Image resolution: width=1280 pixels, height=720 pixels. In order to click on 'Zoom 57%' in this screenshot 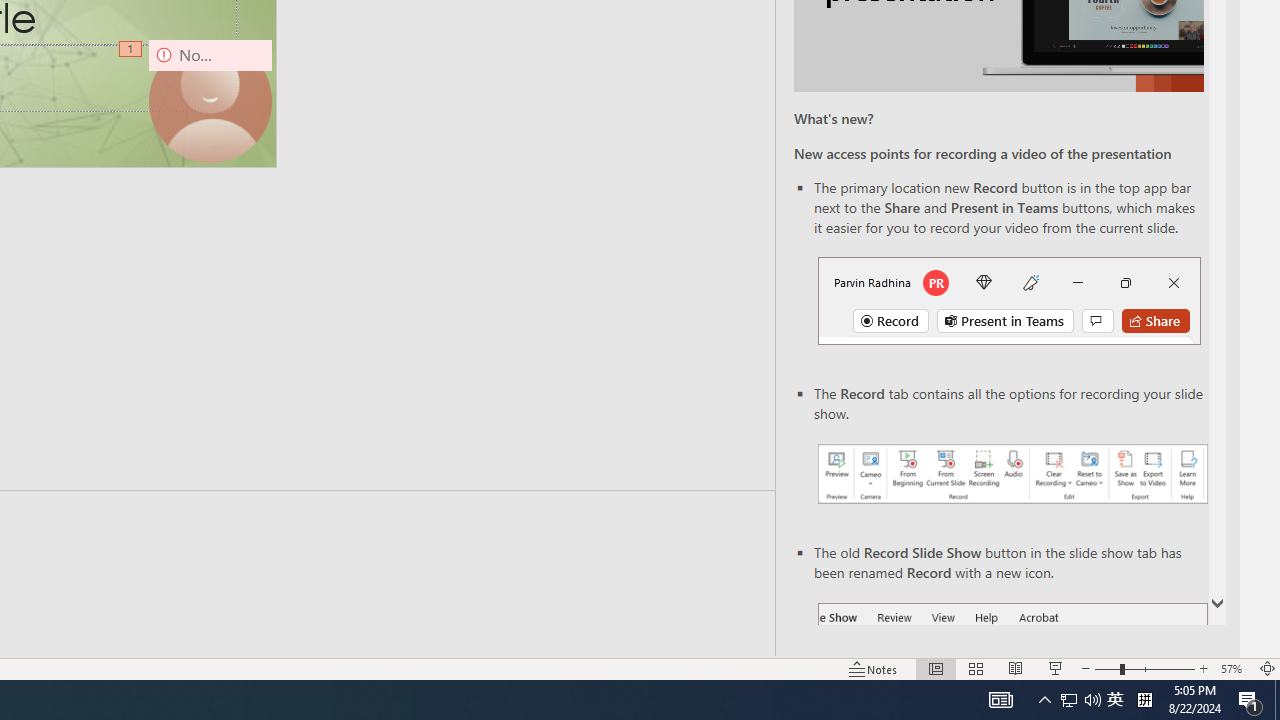, I will do `click(1233, 669)`.